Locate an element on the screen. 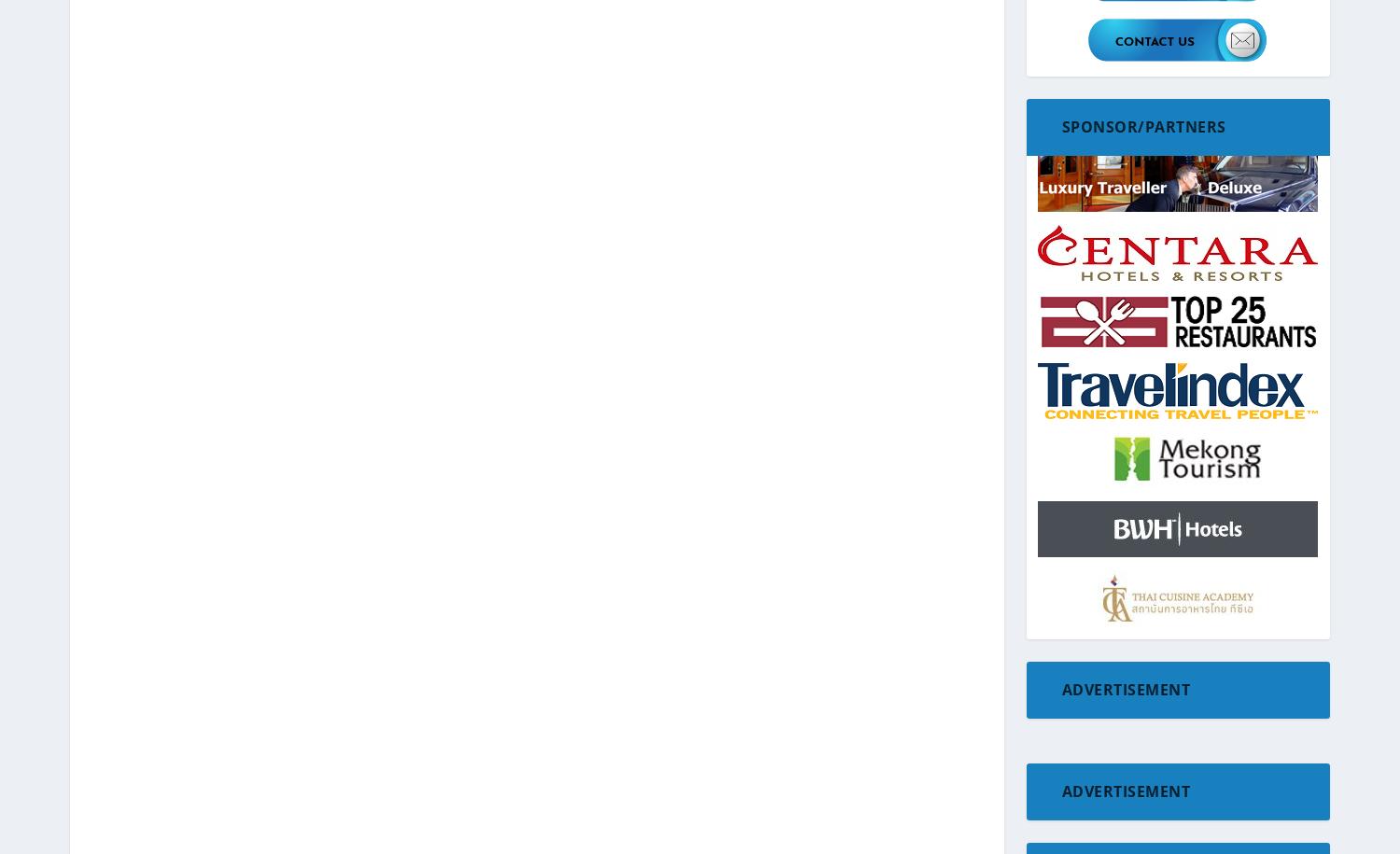 This screenshot has height=854, width=1400. 'Food & Beverage' is located at coordinates (1090, 394).